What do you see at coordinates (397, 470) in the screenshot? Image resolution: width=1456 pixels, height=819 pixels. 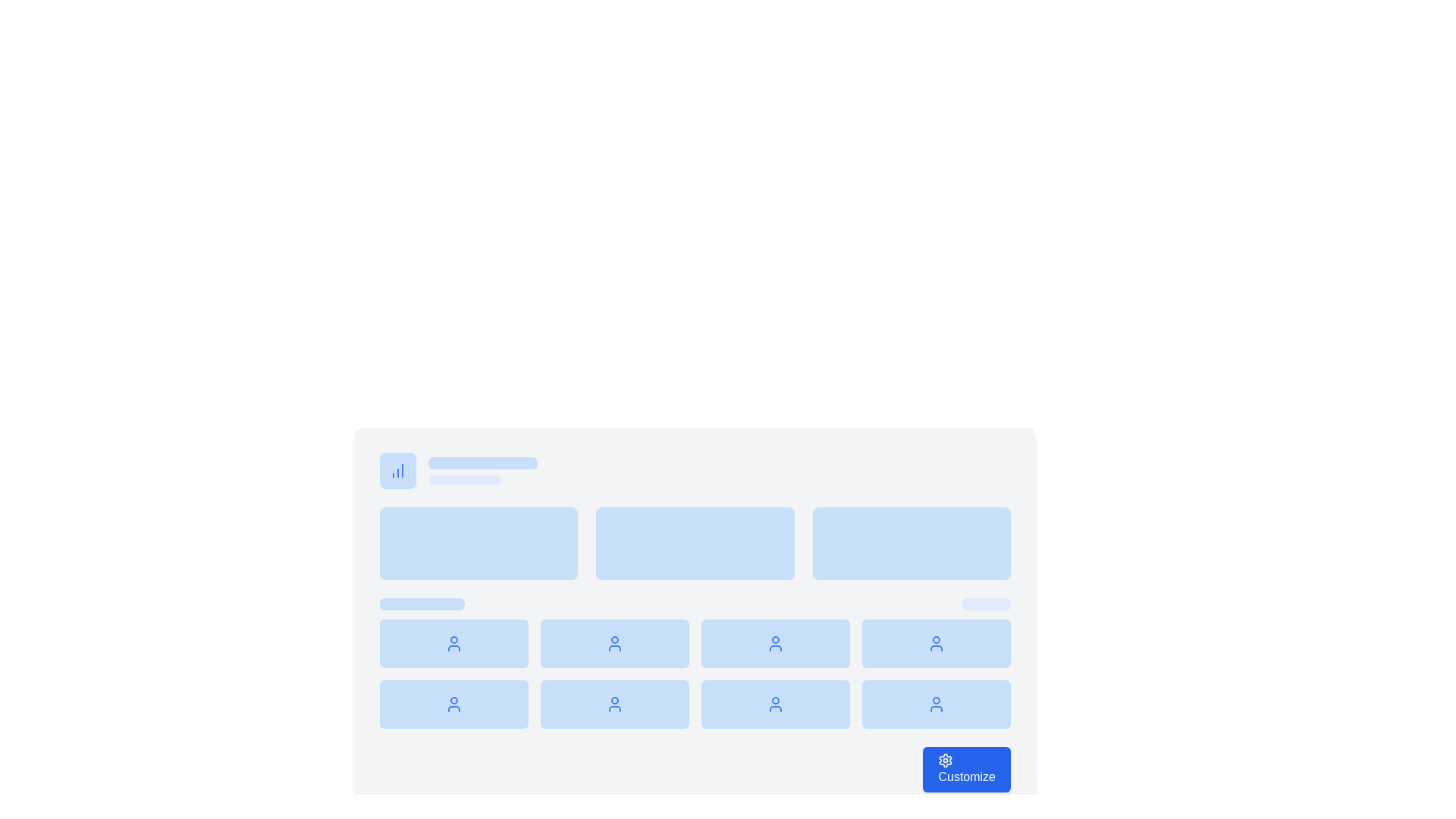 I see `the blue bar chart icon, which is centrally positioned within a light blue rounded square background in the top-left corner of the interface` at bounding box center [397, 470].